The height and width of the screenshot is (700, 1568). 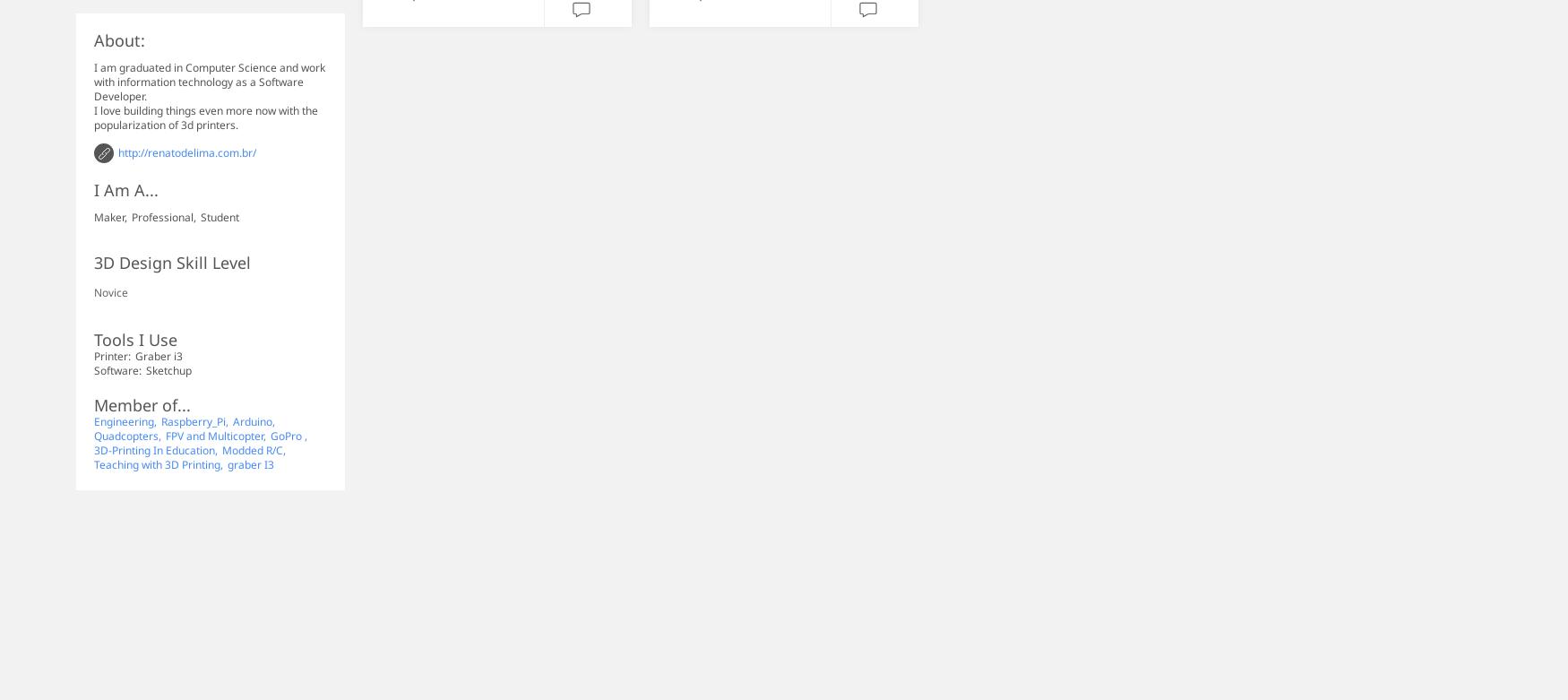 What do you see at coordinates (251, 449) in the screenshot?
I see `'Modded R/C'` at bounding box center [251, 449].